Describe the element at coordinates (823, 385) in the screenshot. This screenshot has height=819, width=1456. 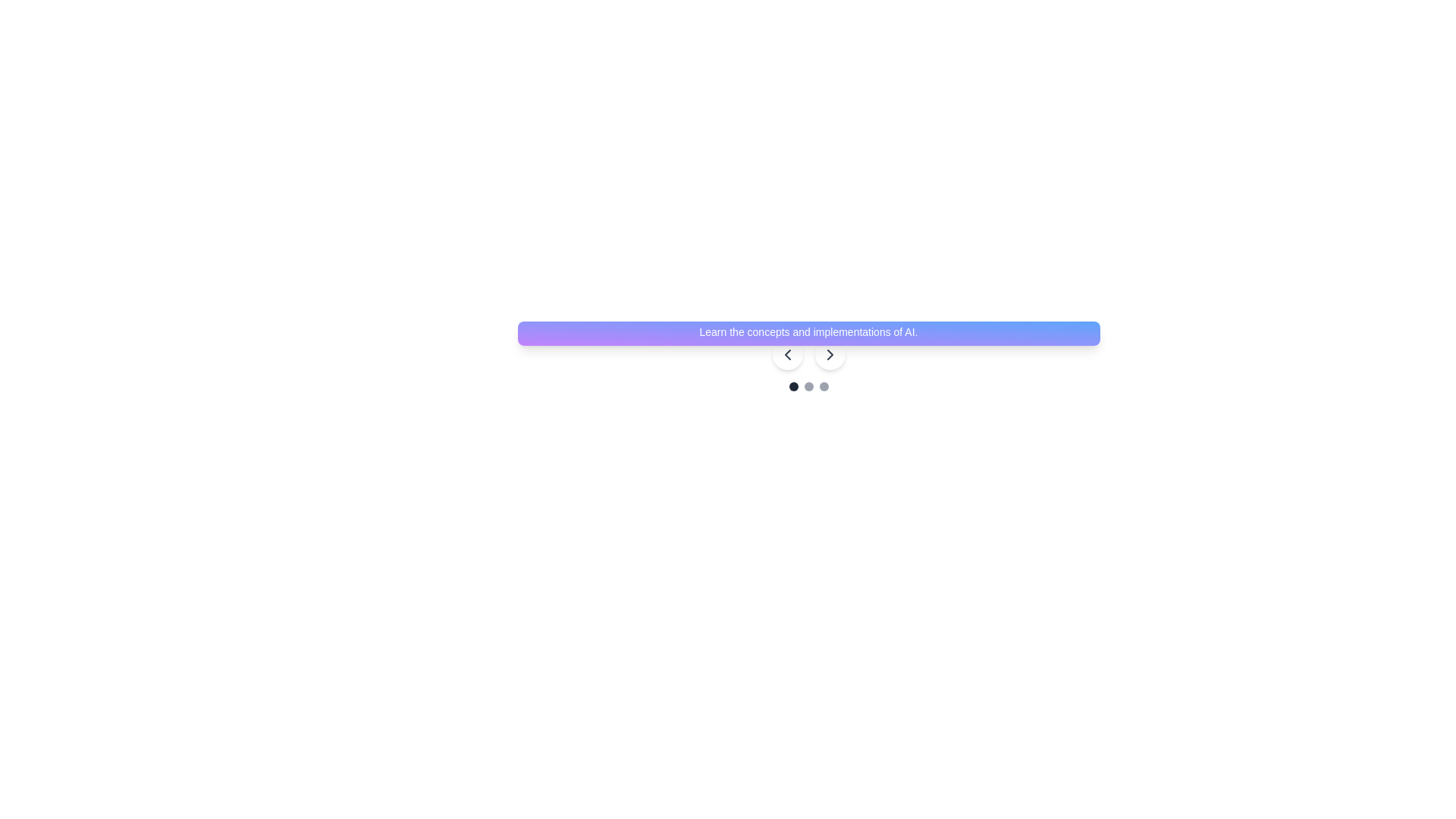
I see `the third circular icon with a gray background located below the gradient-colored banner and near navigation arrows` at that location.